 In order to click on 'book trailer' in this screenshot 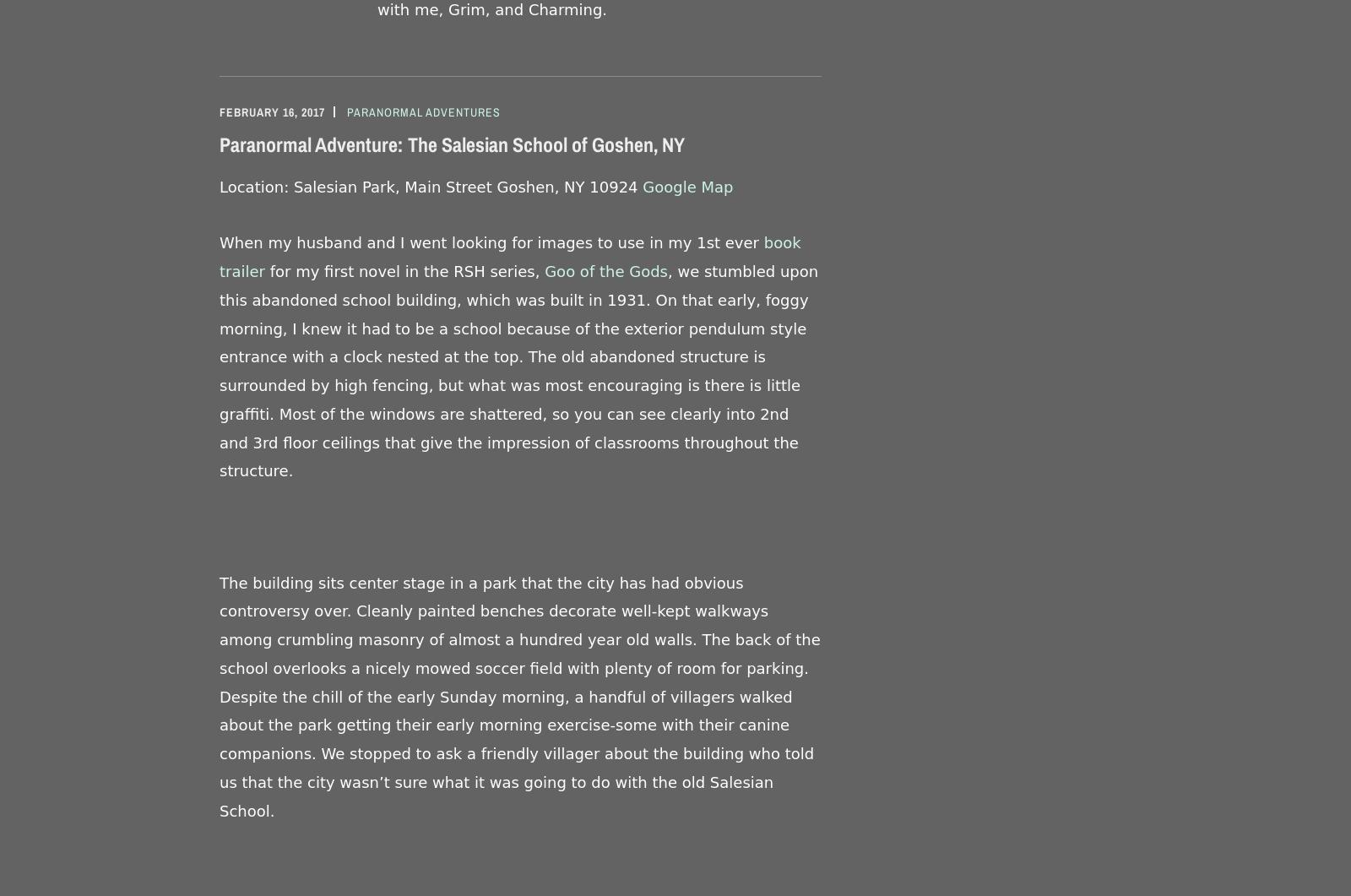, I will do `click(510, 256)`.